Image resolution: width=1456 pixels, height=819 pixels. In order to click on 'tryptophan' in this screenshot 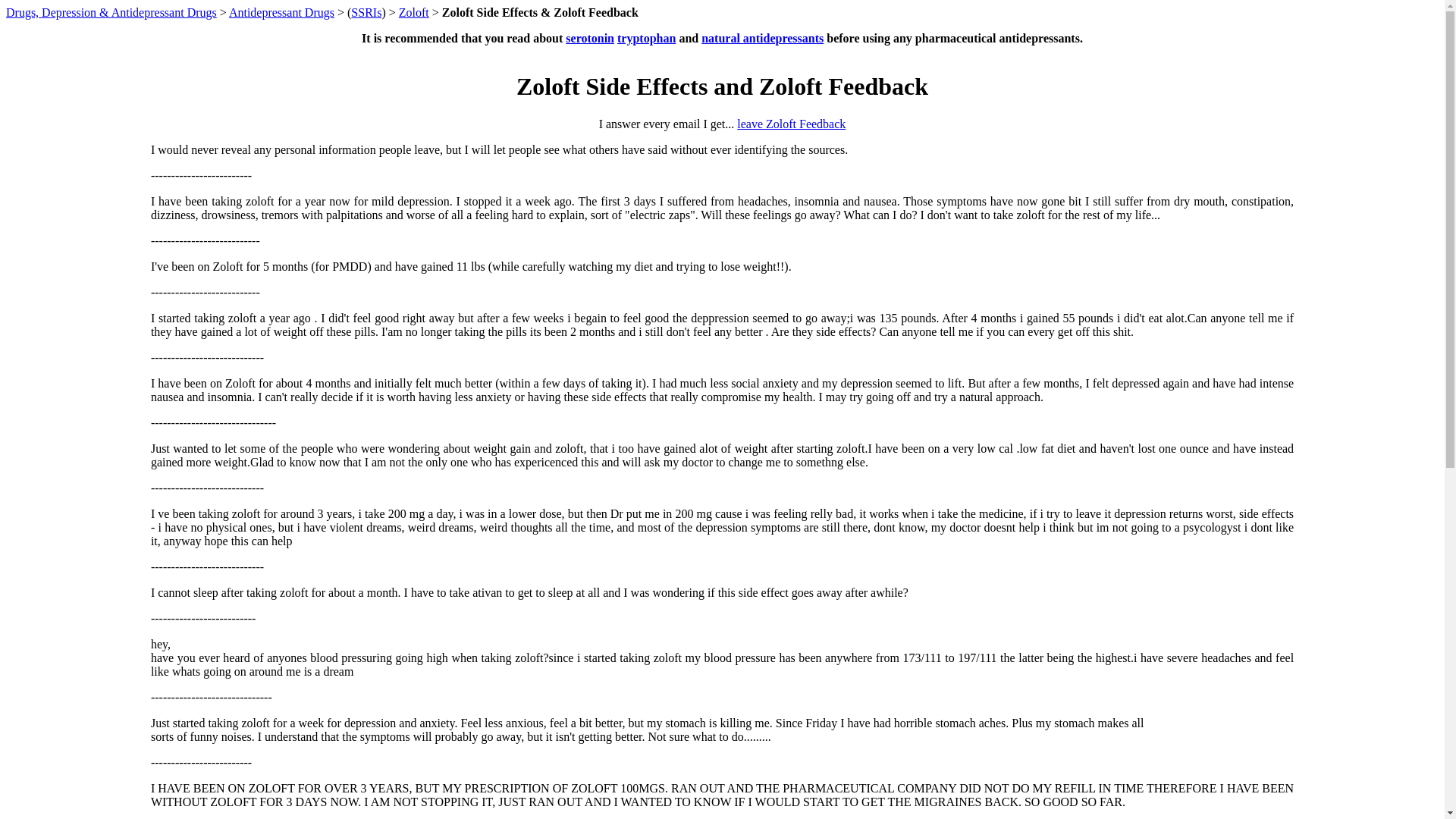, I will do `click(646, 37)`.